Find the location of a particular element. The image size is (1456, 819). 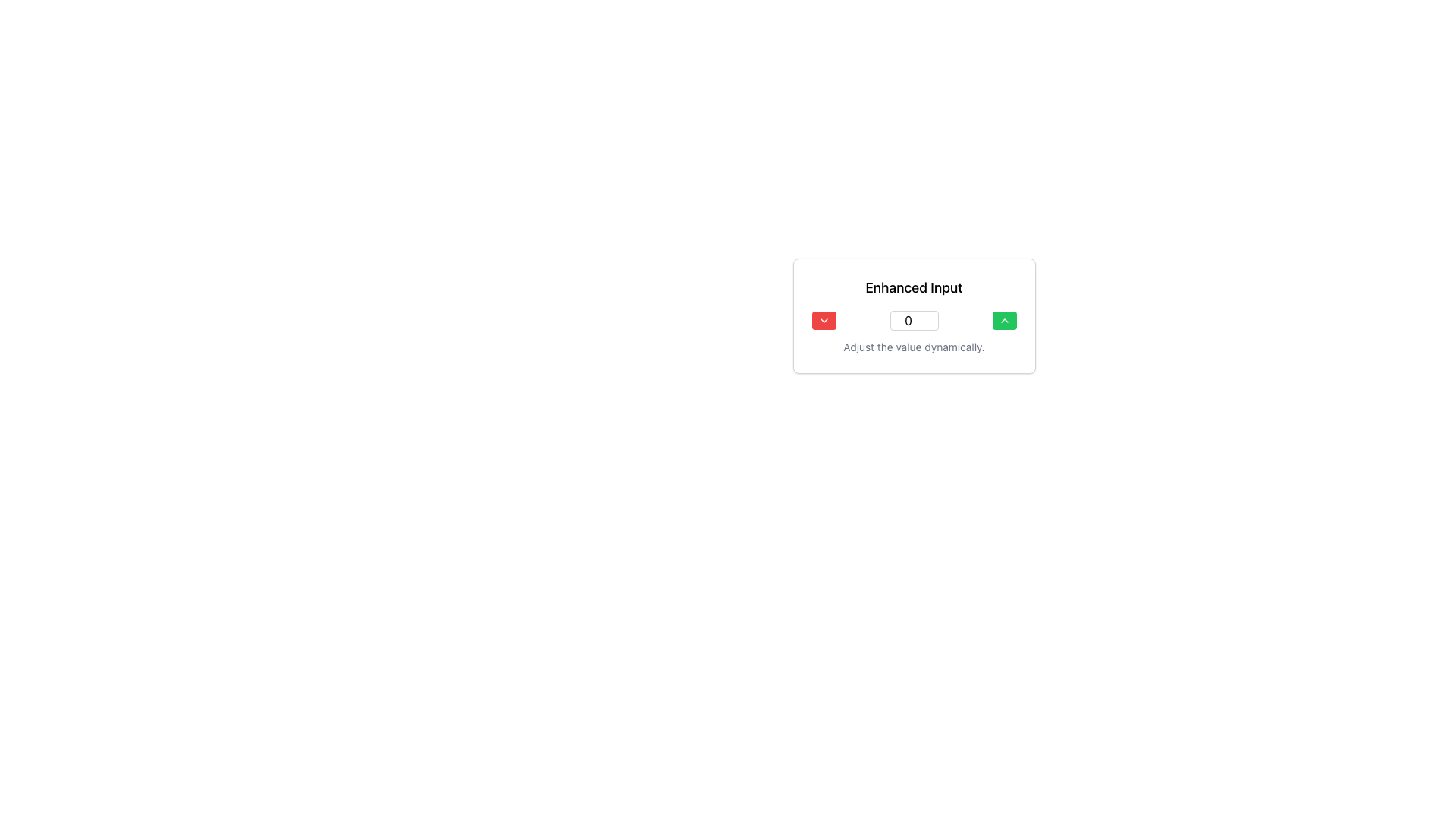

the decrement button located at the far left of the horizontal grouping to observe visual feedback is located at coordinates (823, 320).